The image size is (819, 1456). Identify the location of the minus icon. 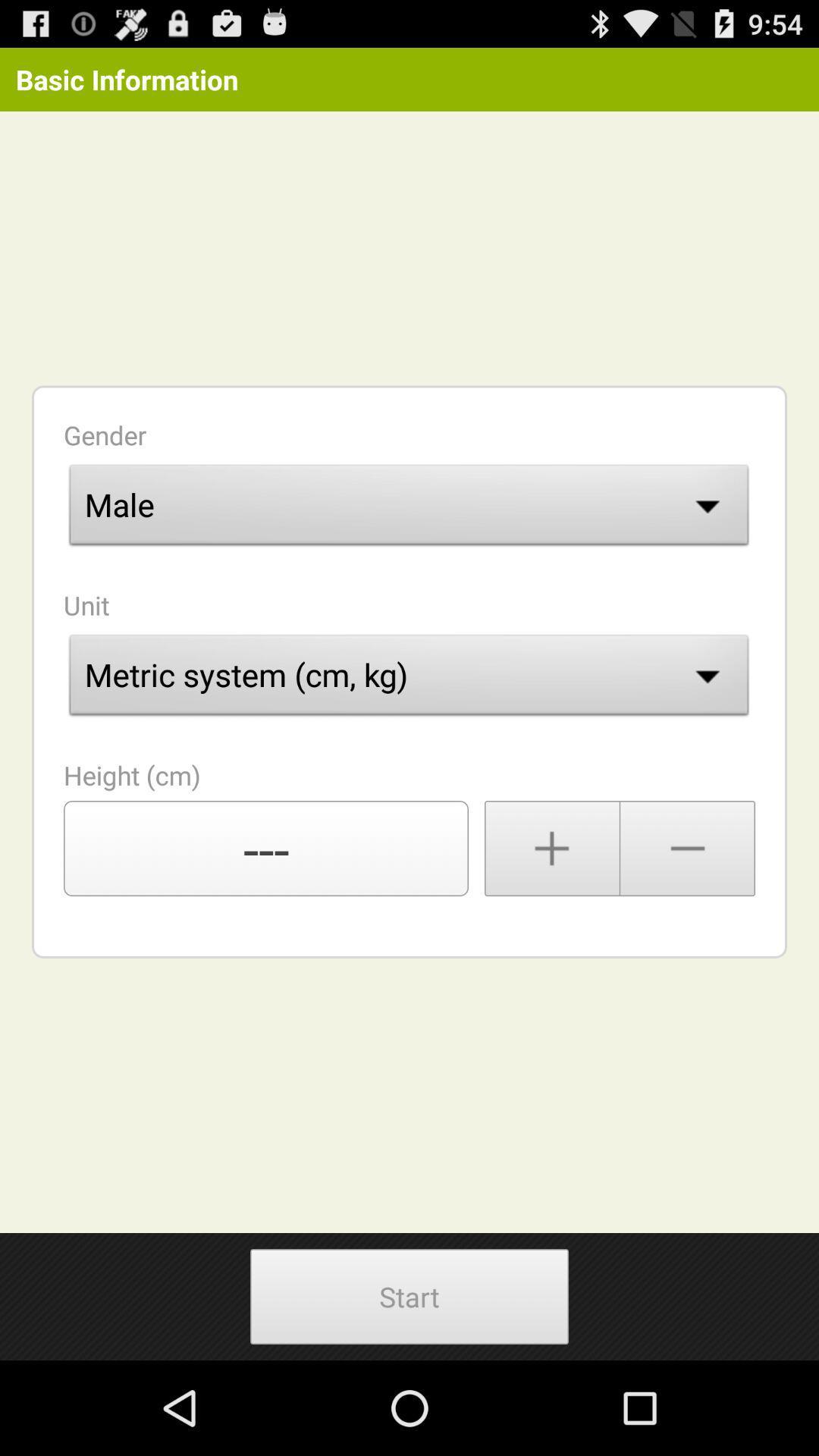
(688, 908).